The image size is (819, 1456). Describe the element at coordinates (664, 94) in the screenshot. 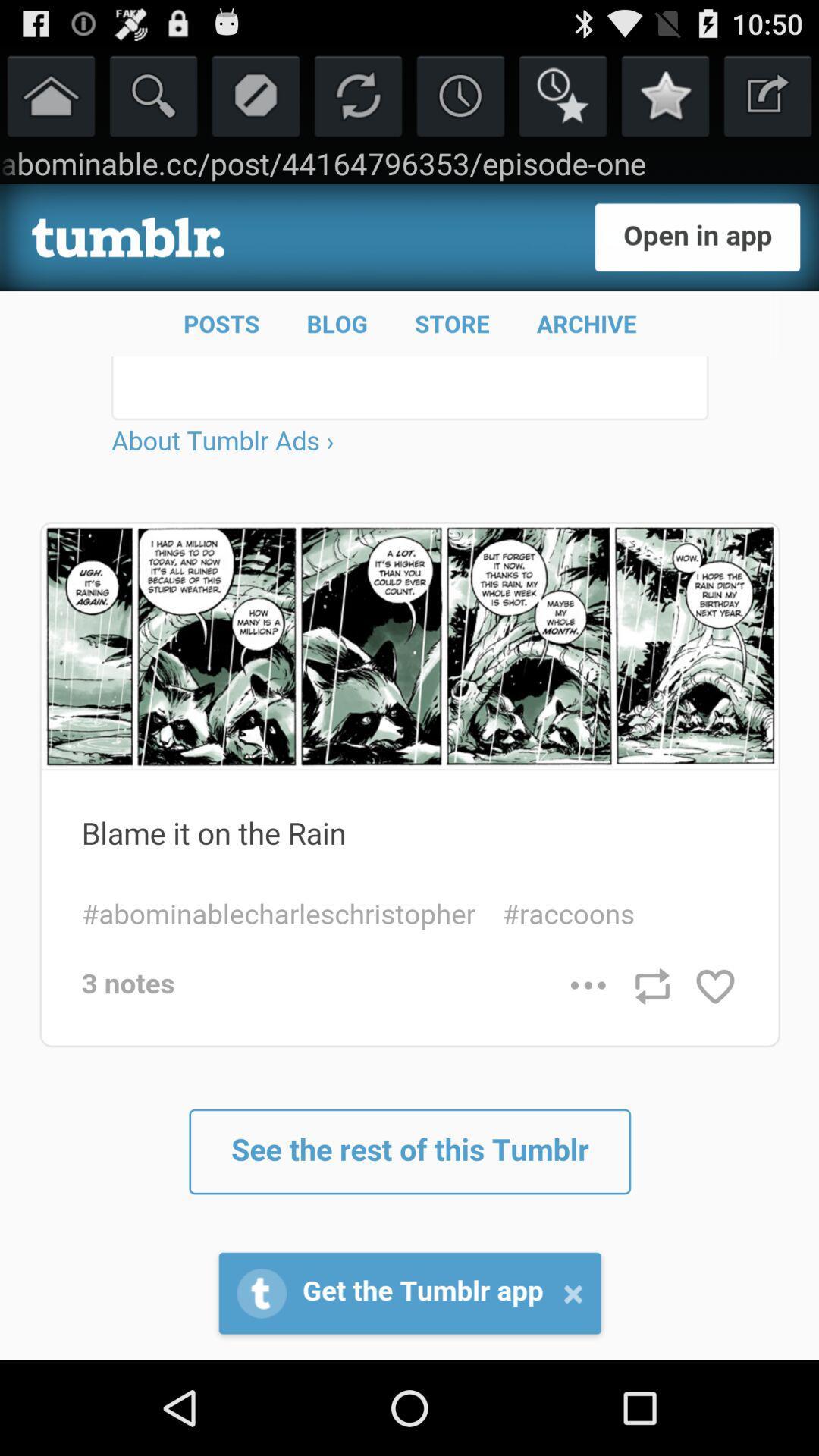

I see `favorites` at that location.